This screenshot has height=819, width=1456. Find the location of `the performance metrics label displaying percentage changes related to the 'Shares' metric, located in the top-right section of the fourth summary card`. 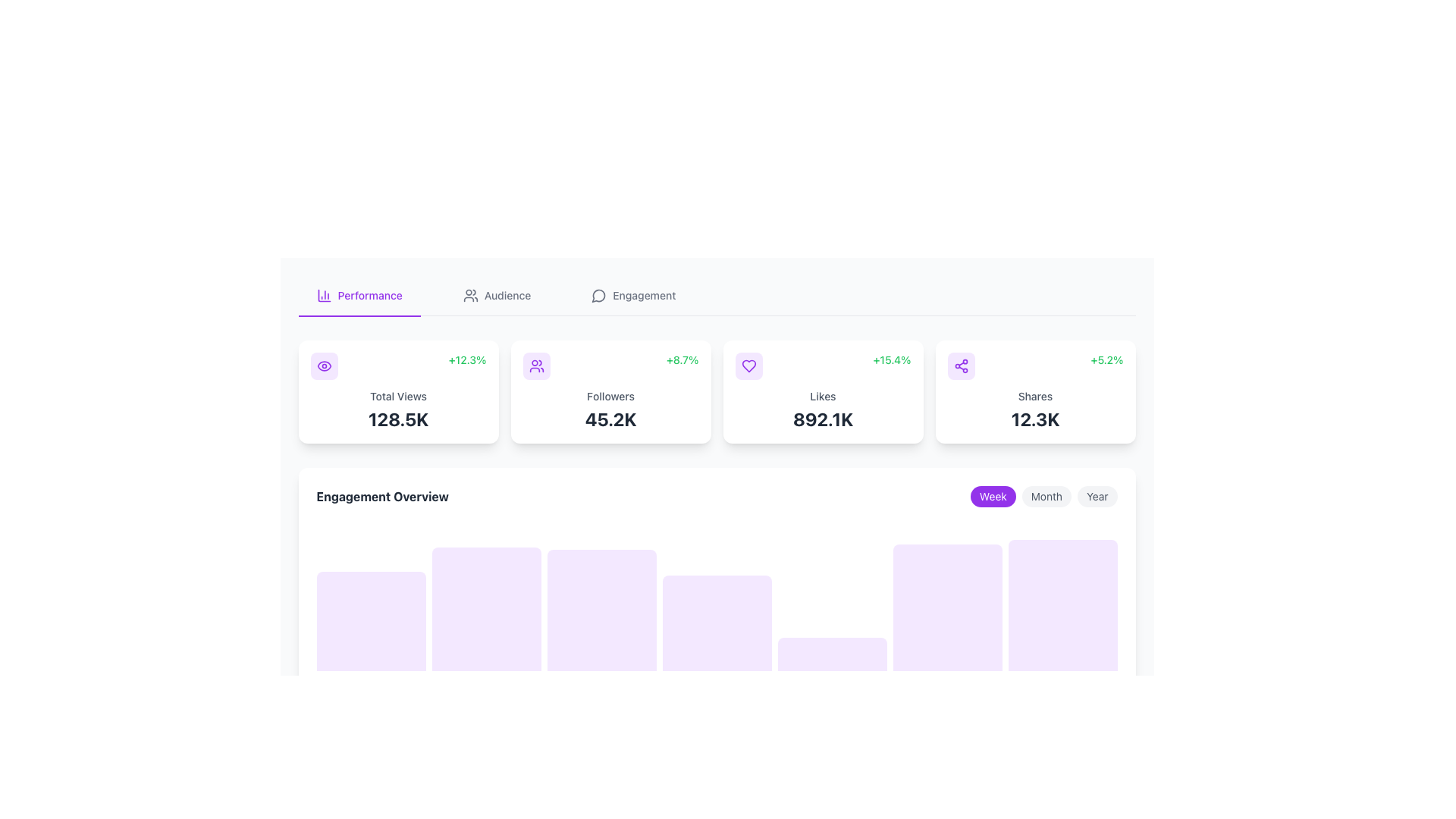

the performance metrics label displaying percentage changes related to the 'Shares' metric, located in the top-right section of the fourth summary card is located at coordinates (1106, 359).